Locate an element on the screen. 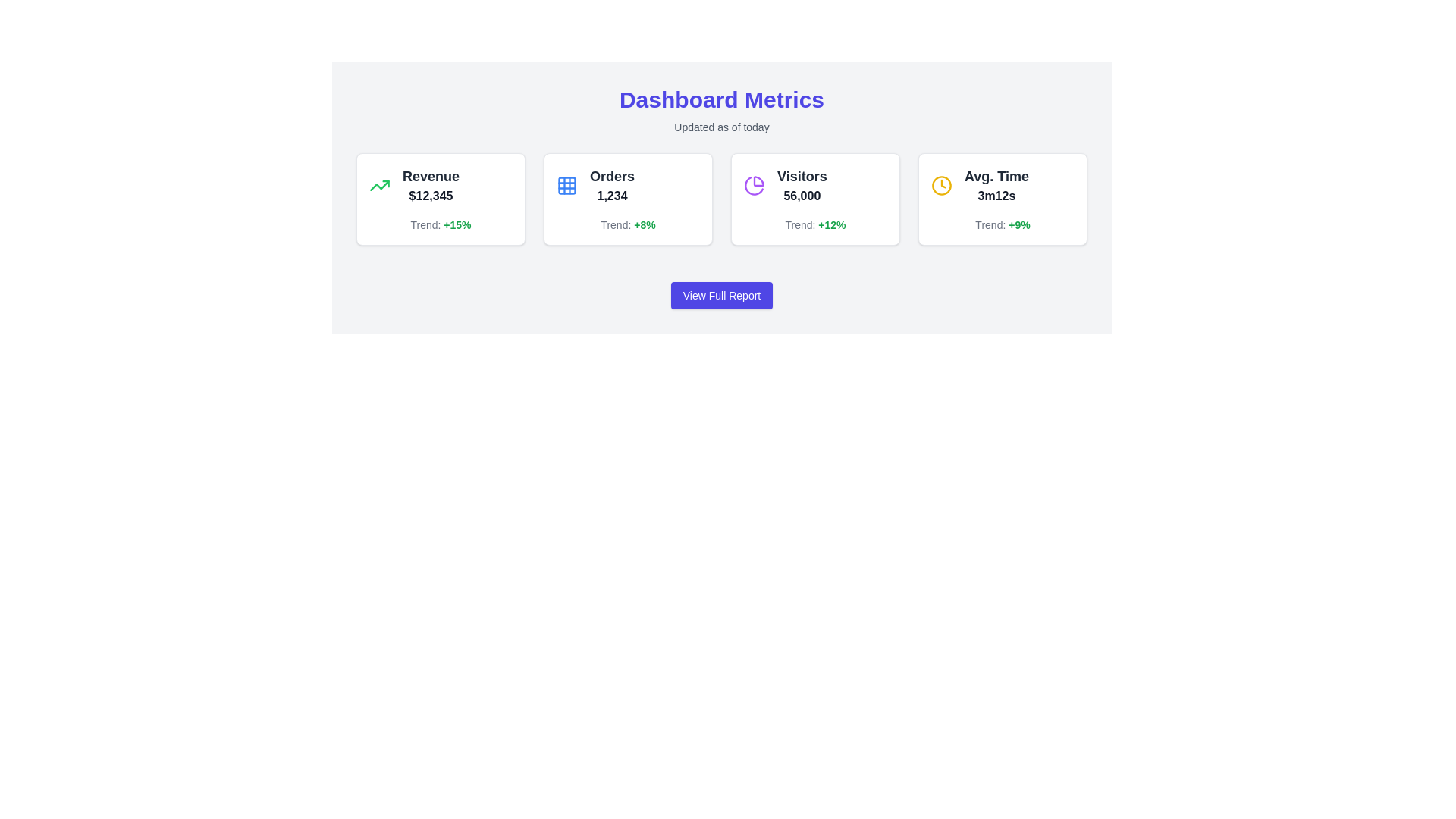 The width and height of the screenshot is (1456, 819). financial metric card displaying 'Revenue' with the value '$12,345' and trend indication '+15%', located in the upper-middle section of the dashboard is located at coordinates (440, 198).